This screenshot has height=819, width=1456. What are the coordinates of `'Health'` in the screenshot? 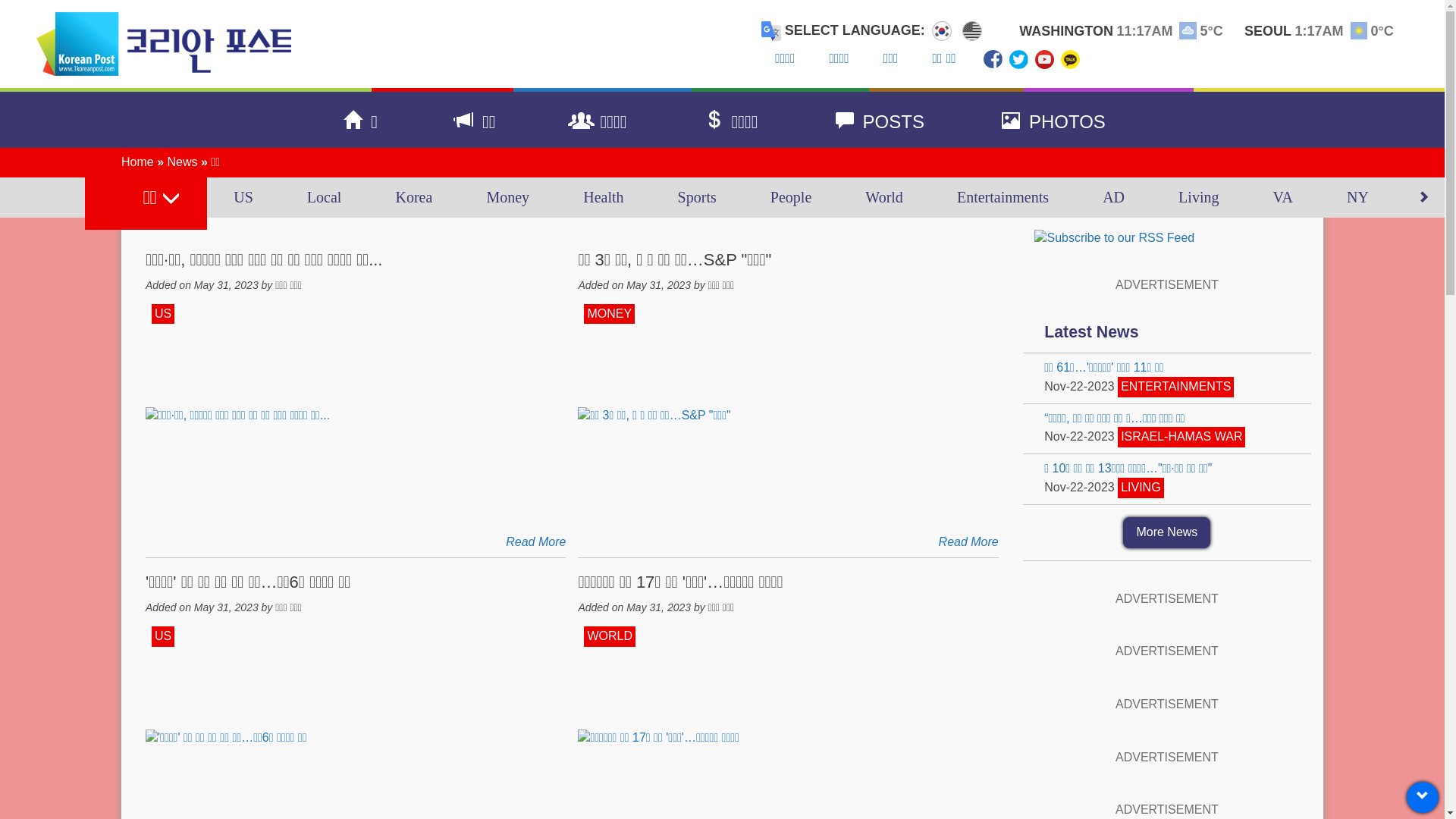 It's located at (556, 197).